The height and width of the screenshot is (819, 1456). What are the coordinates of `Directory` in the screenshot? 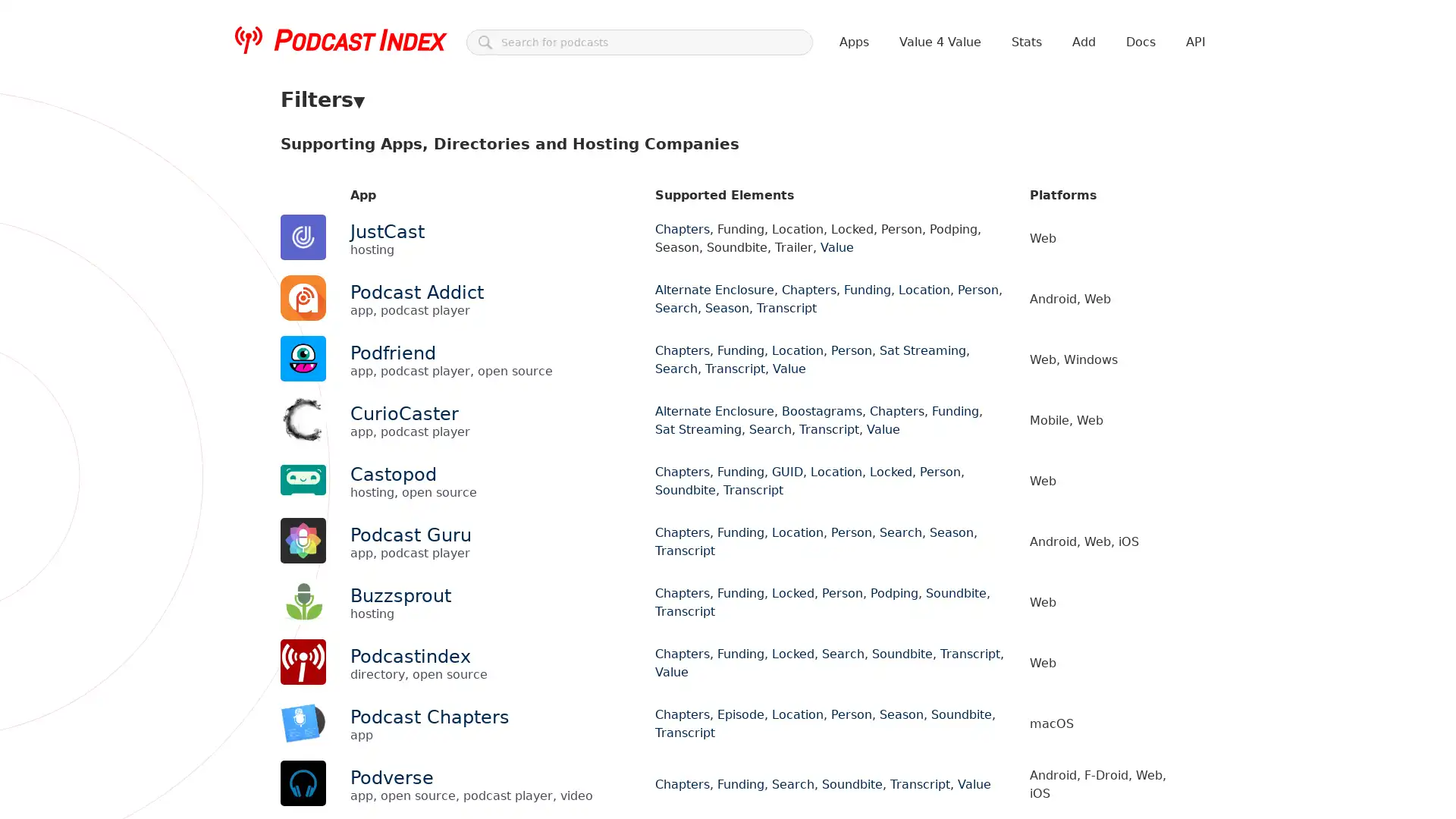 It's located at (572, 146).